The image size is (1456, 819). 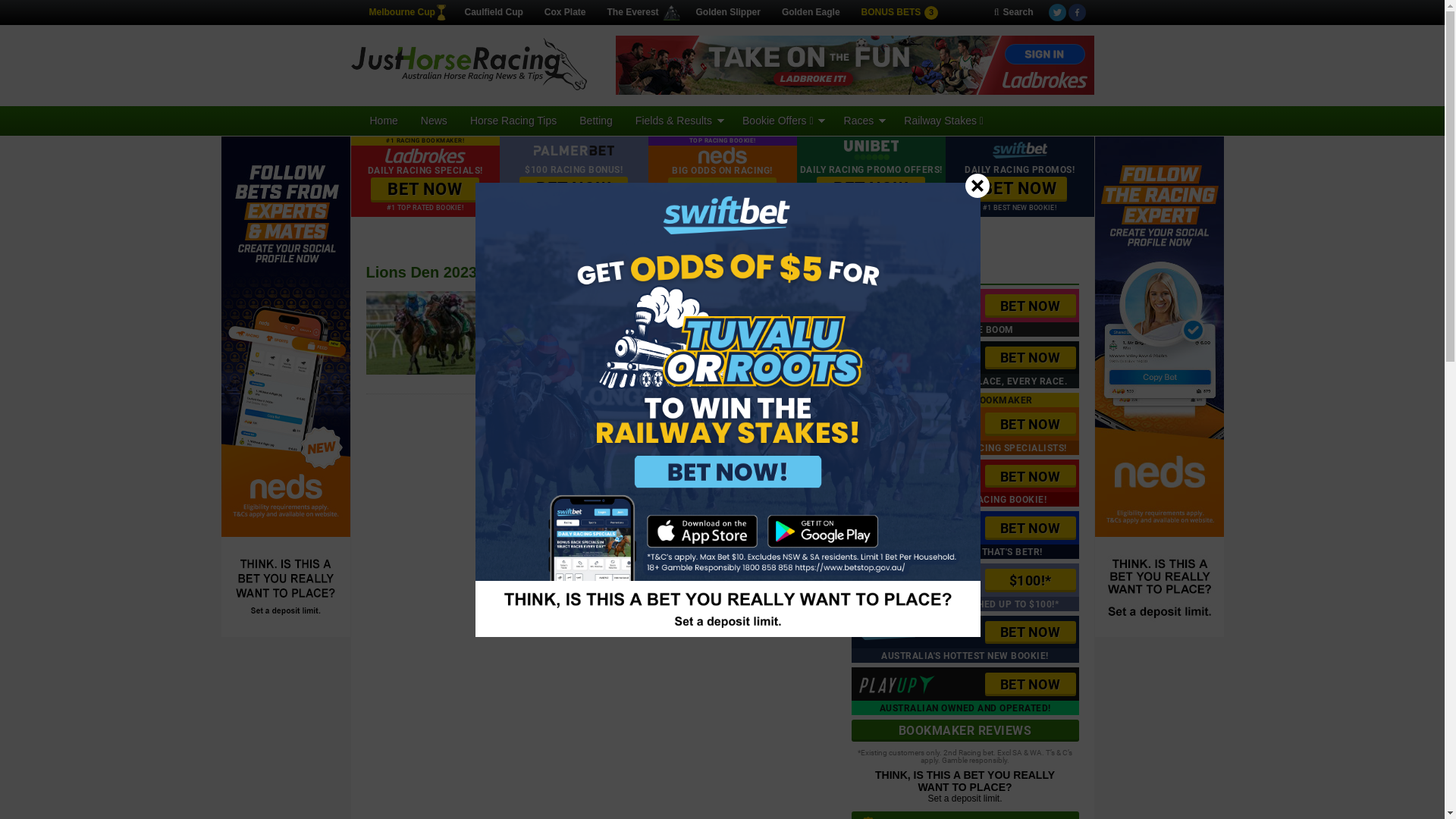 What do you see at coordinates (964, 365) in the screenshot?
I see `'BET NOW` at bounding box center [964, 365].